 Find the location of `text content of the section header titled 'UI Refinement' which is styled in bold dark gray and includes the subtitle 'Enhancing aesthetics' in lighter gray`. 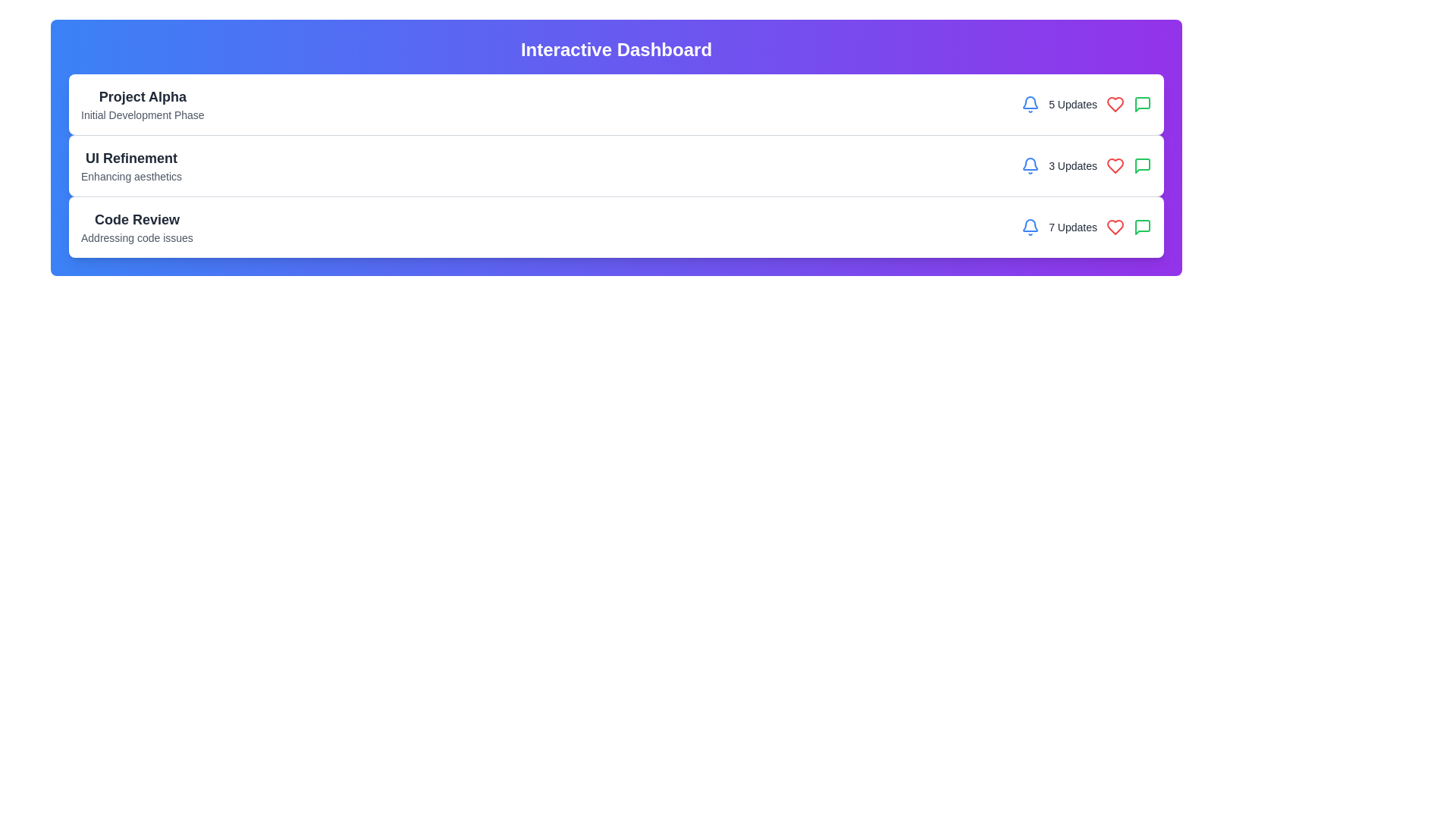

text content of the section header titled 'UI Refinement' which is styled in bold dark gray and includes the subtitle 'Enhancing aesthetics' in lighter gray is located at coordinates (131, 166).